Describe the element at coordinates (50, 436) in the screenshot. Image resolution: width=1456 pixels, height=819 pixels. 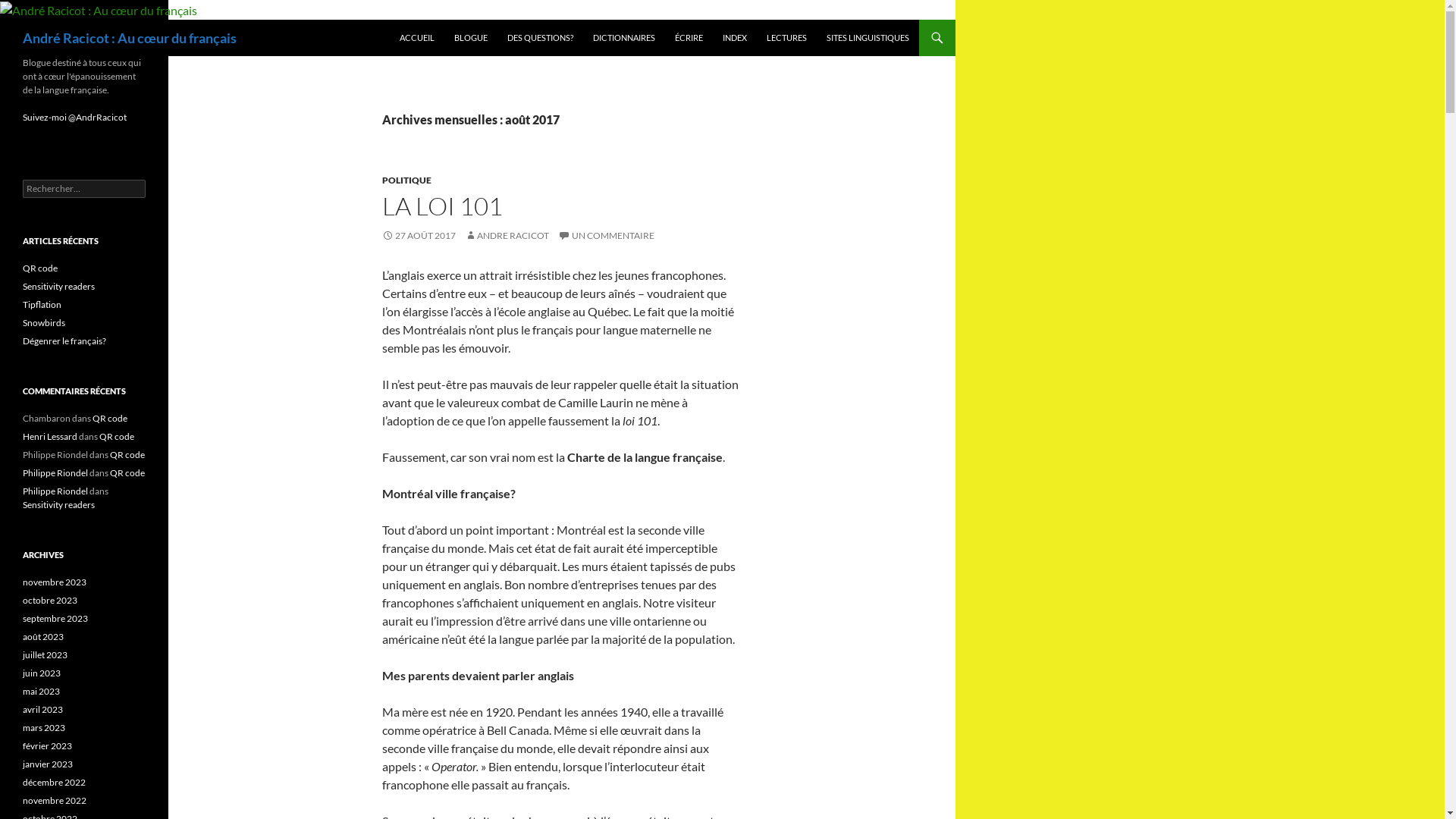
I see `'Henri Lessard'` at that location.